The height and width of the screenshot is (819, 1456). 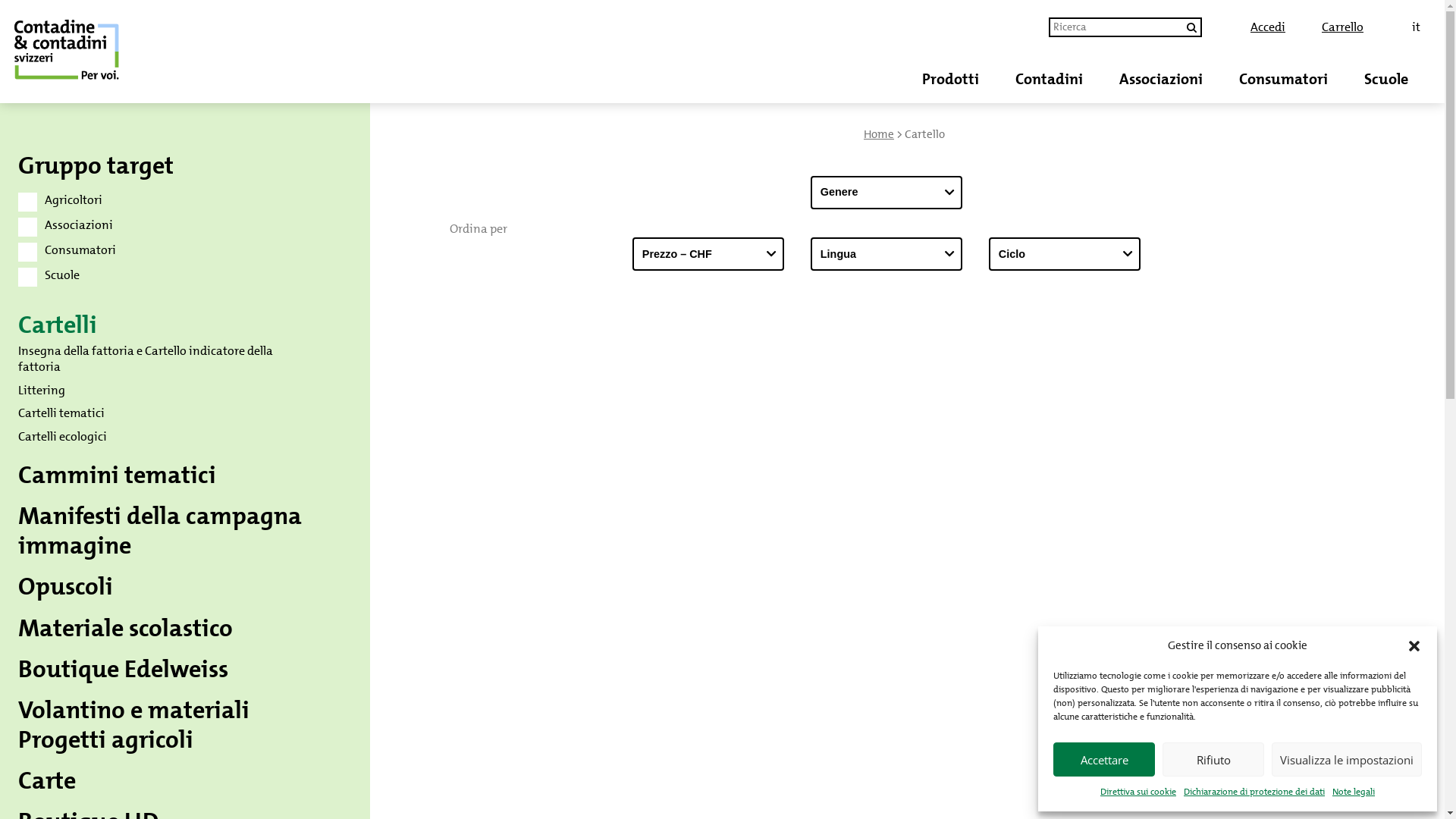 I want to click on 'Manifesti della campagna immagine', so click(x=160, y=529).